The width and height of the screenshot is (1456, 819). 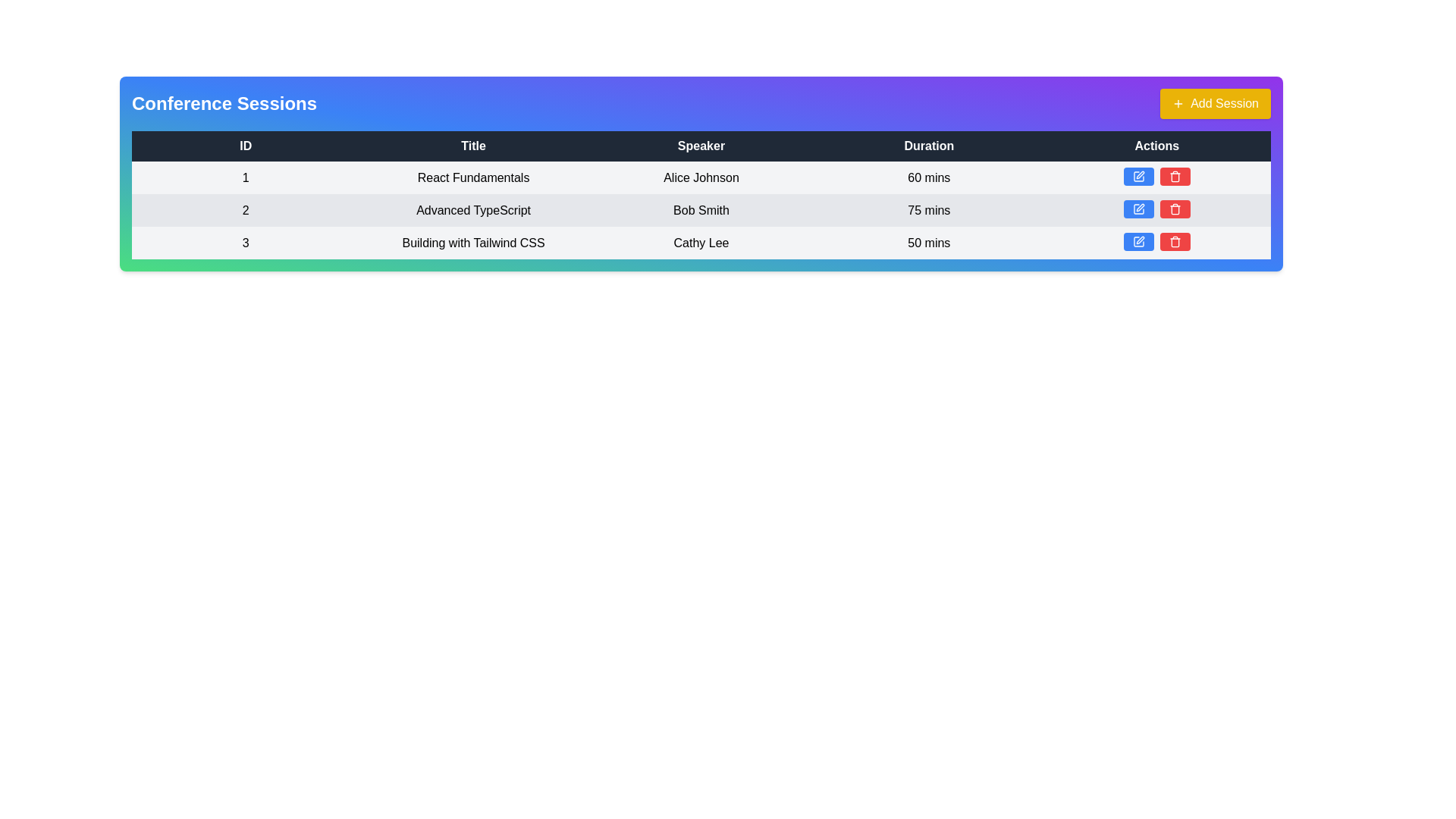 What do you see at coordinates (928, 242) in the screenshot?
I see `the text label indicating the duration of the session 'Building with Tailwind CSS' located in the 'Duration' column of the table, aligned with the row for speaker 'Cathy Lee'` at bounding box center [928, 242].